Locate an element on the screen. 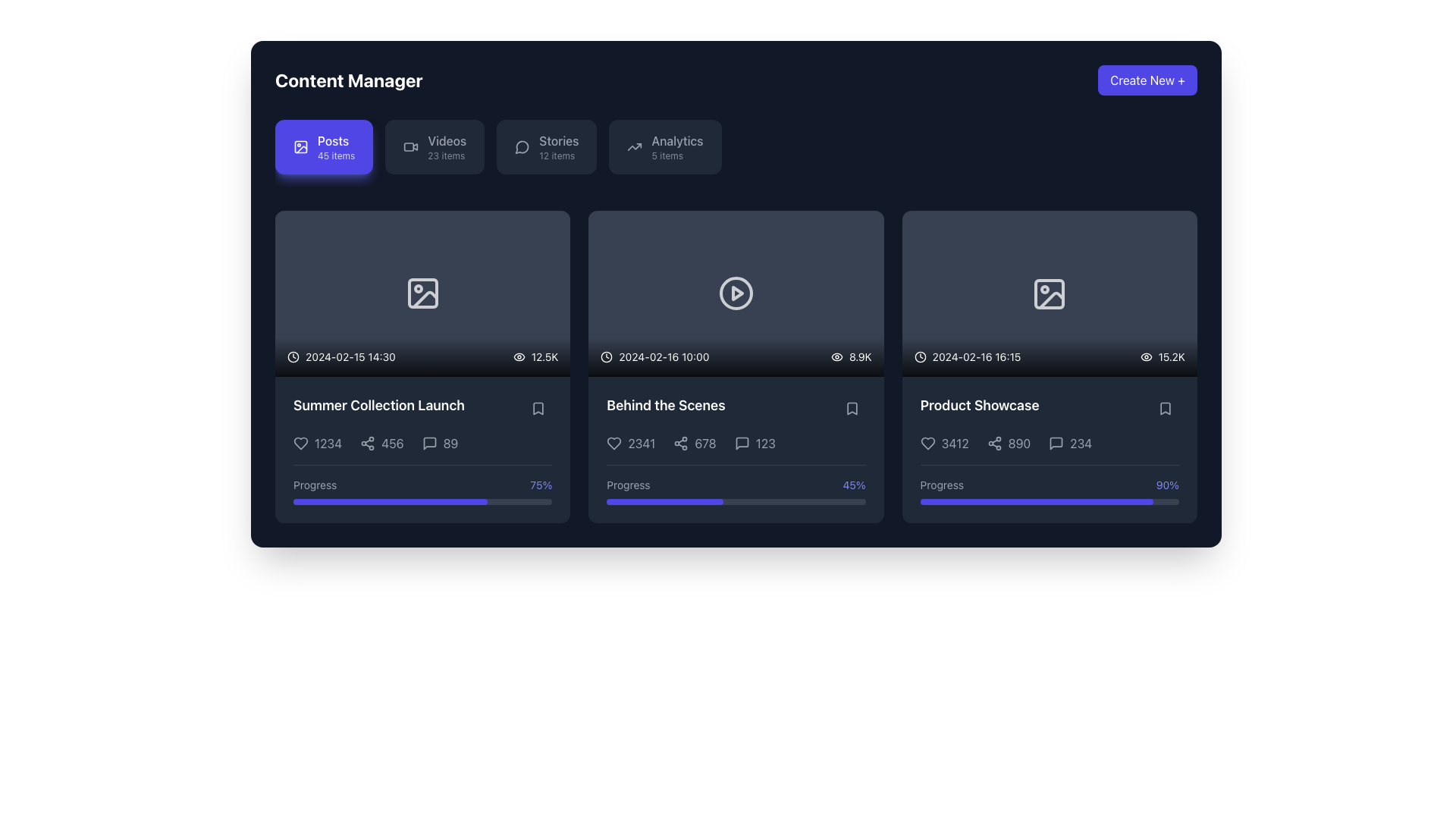 This screenshot has height=819, width=1456. 'Posts' icon located within the button labeled 'Posts 45 items' in the upper-left section of the interface by clicking on it is located at coordinates (301, 146).